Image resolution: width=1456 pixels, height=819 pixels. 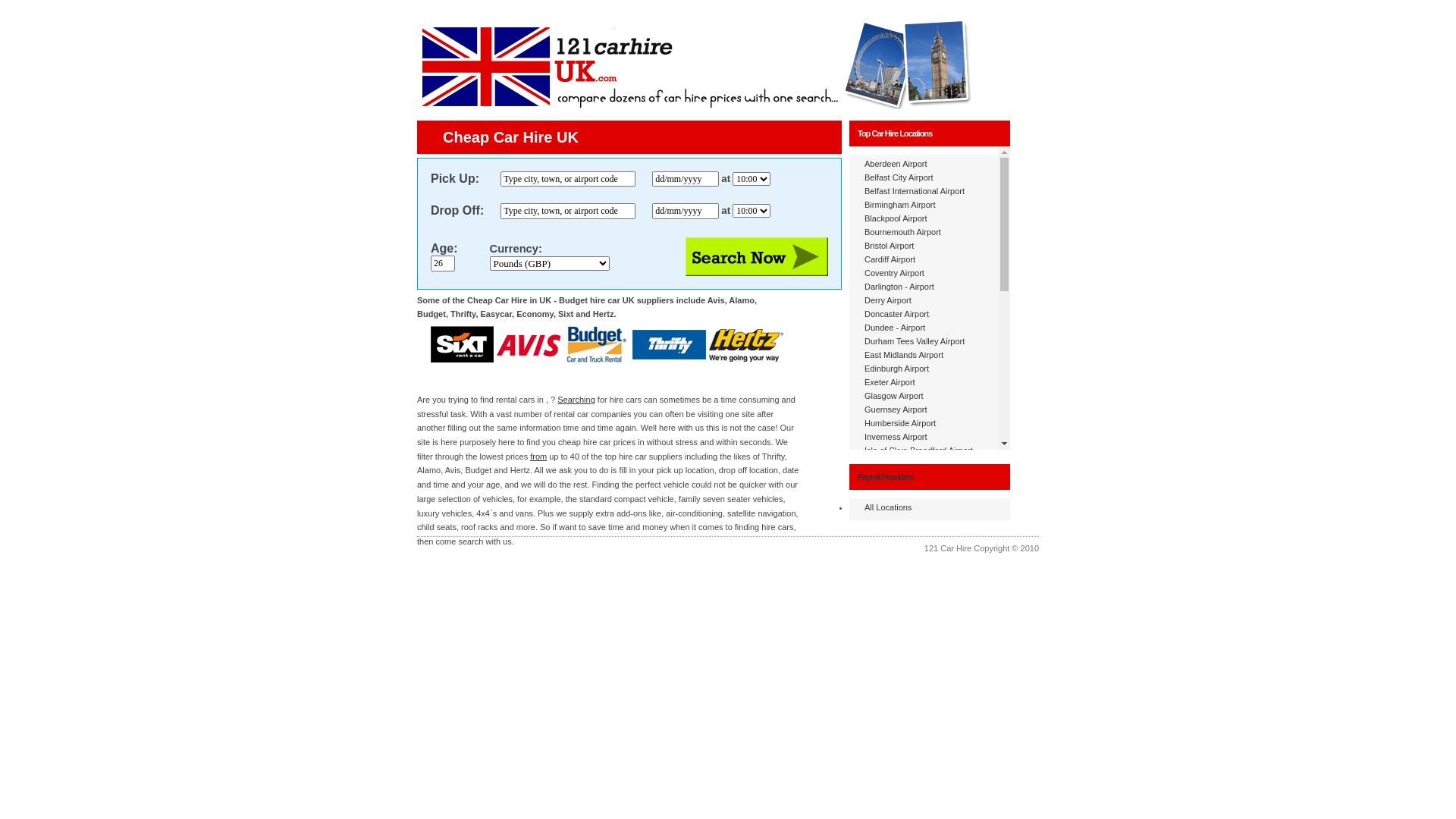 What do you see at coordinates (913, 190) in the screenshot?
I see `'Belfast International Airport'` at bounding box center [913, 190].